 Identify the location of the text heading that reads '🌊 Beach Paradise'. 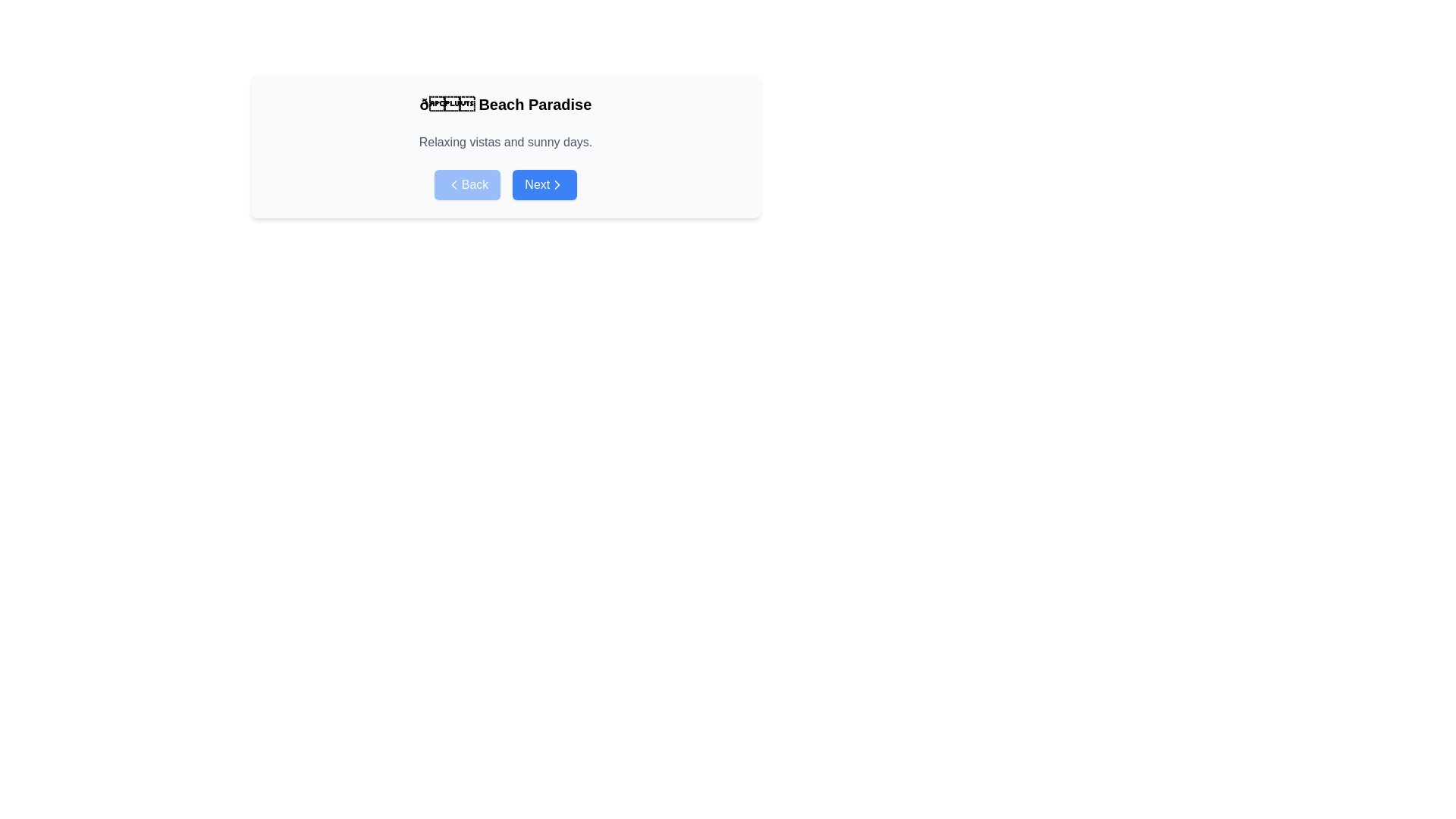
(506, 104).